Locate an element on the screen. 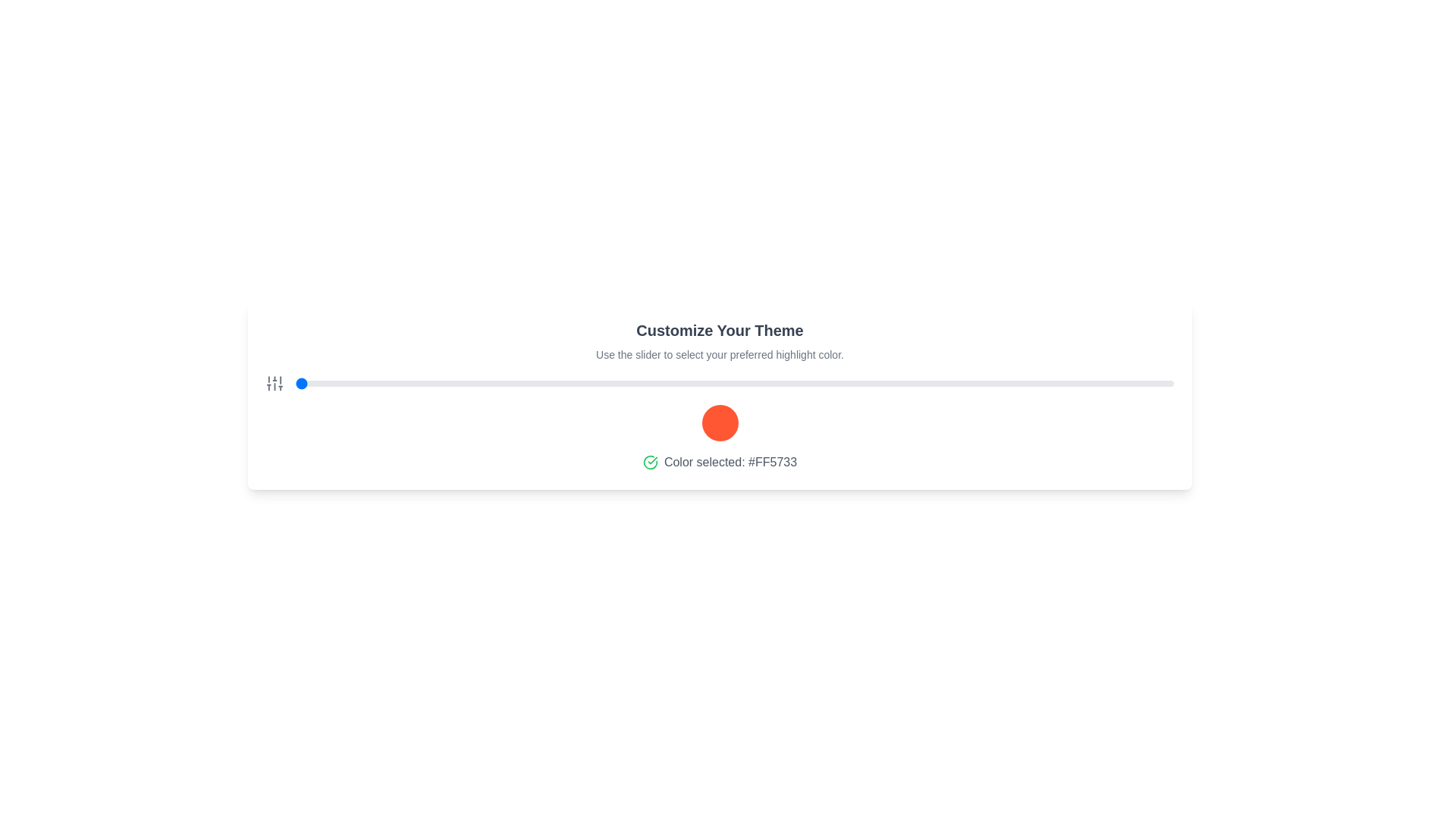 This screenshot has width=1456, height=819. the slider value is located at coordinates (613, 382).